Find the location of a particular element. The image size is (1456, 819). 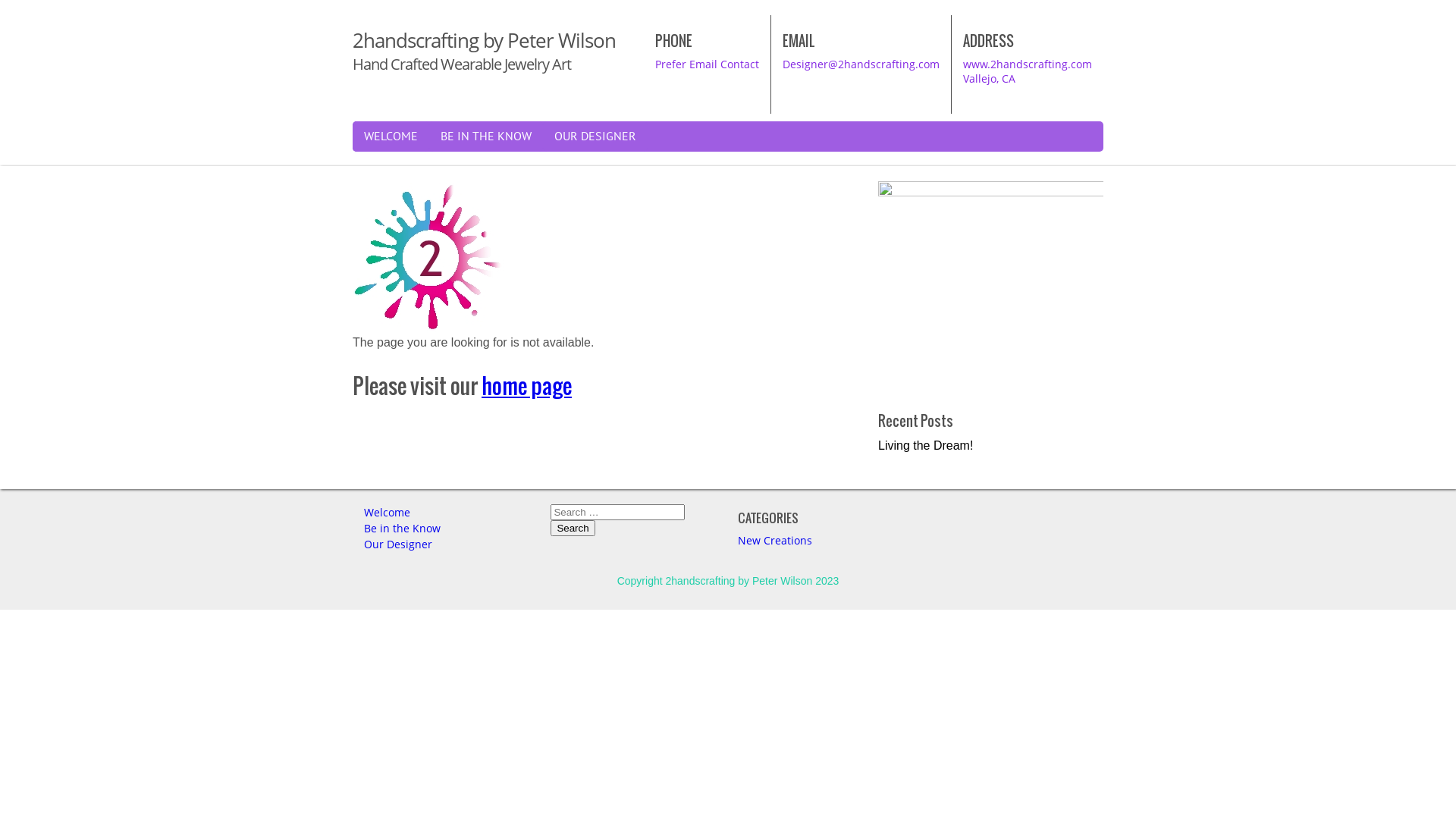

'Welcome' is located at coordinates (387, 512).